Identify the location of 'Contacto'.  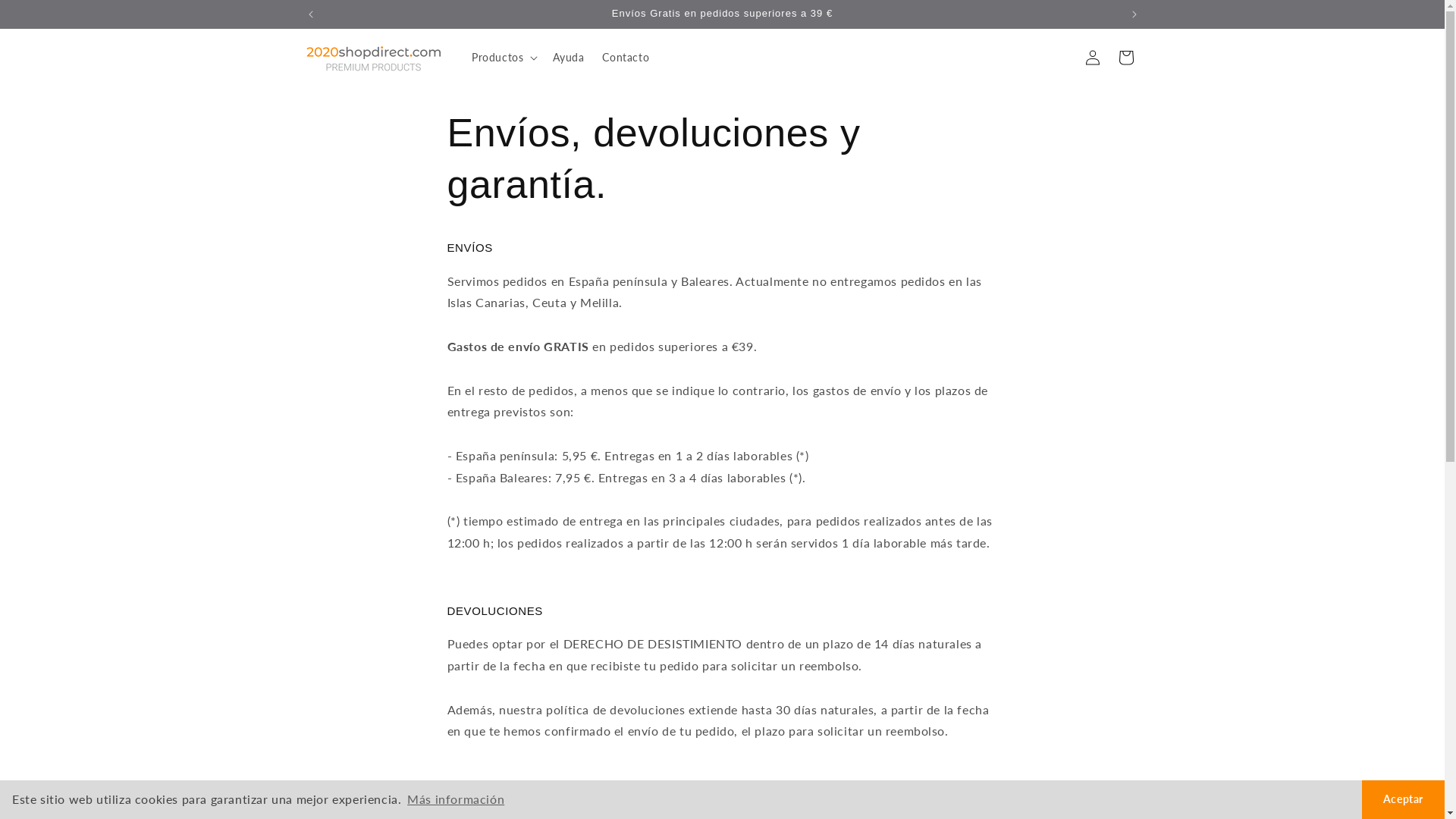
(626, 57).